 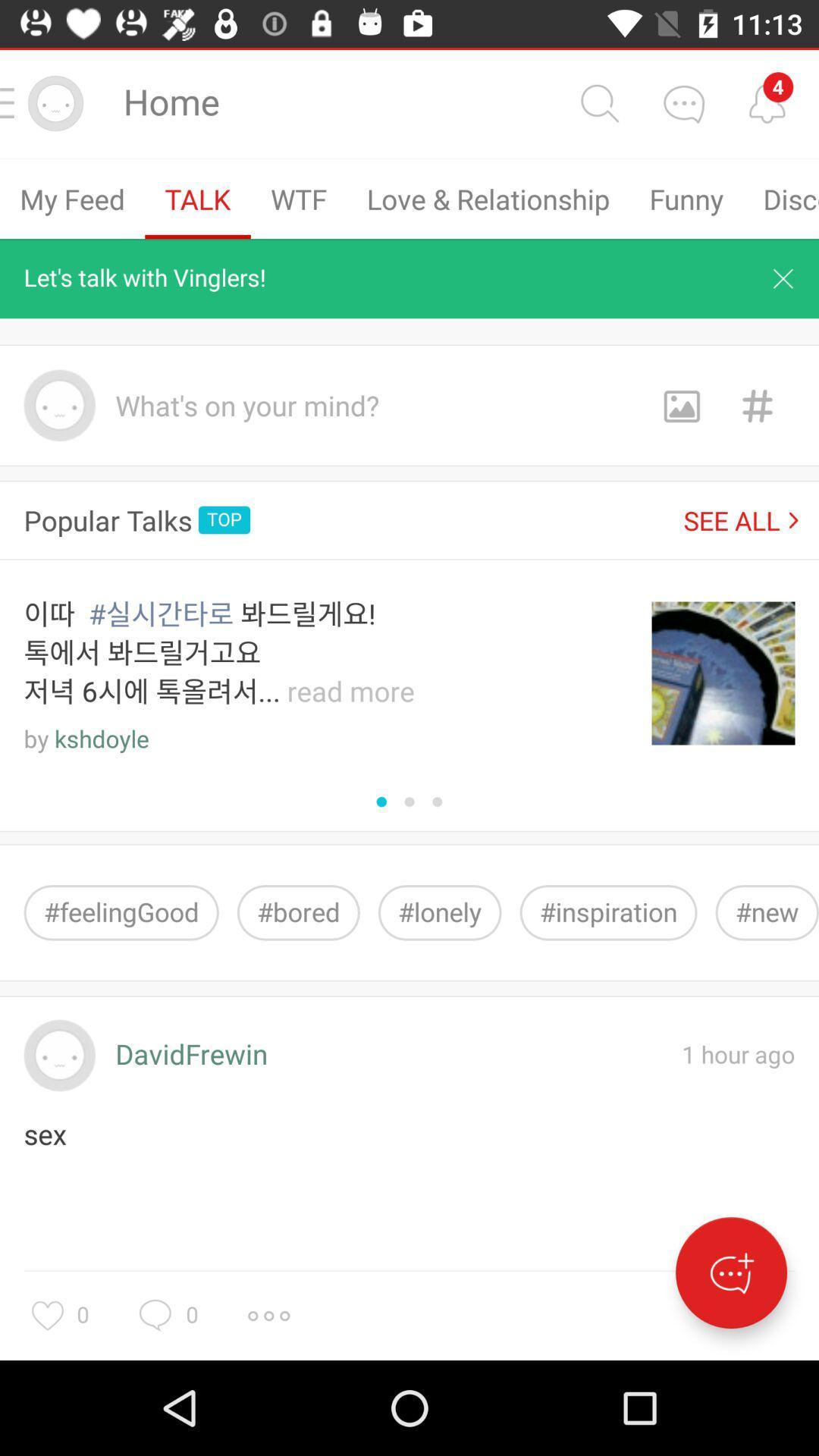 What do you see at coordinates (607, 912) in the screenshot?
I see `icon to the left of the #new icon` at bounding box center [607, 912].